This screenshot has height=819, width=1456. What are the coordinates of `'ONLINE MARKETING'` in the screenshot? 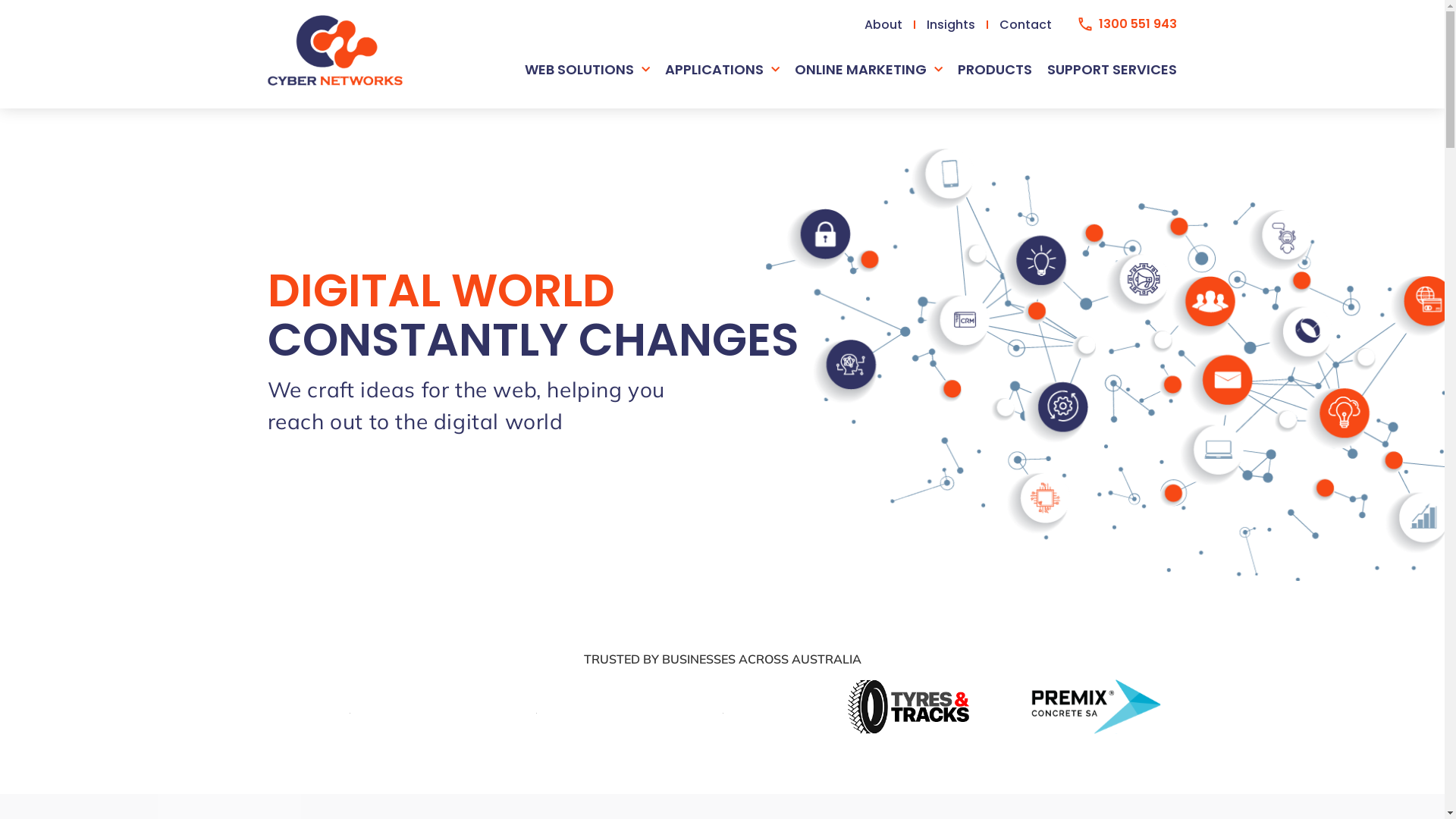 It's located at (868, 70).